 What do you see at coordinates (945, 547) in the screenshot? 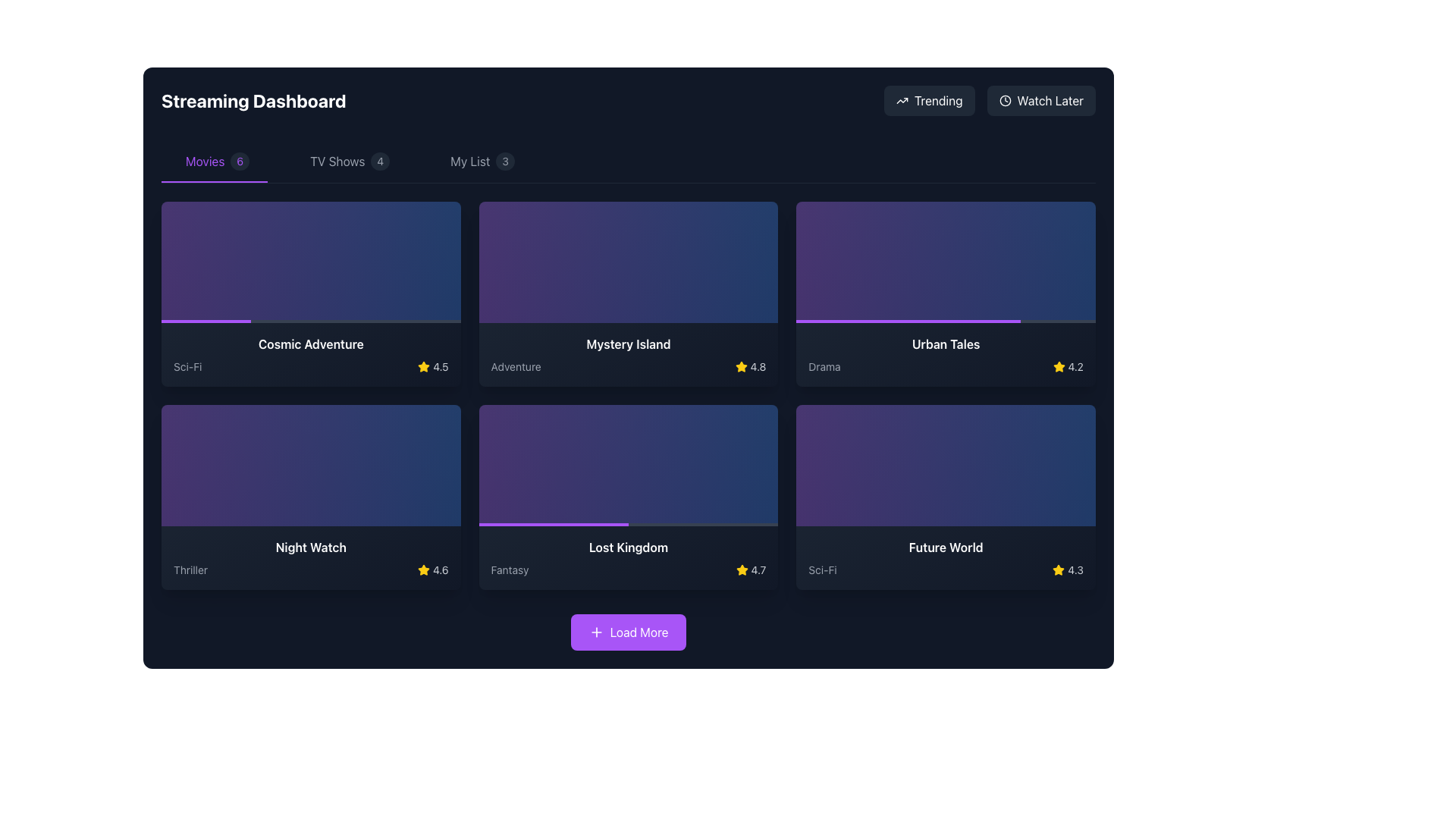
I see `the 'Future World' text label, which is styled in bold white on a dark background, located in the lower right card of the grid layout, above the 'Load More' button` at bounding box center [945, 547].